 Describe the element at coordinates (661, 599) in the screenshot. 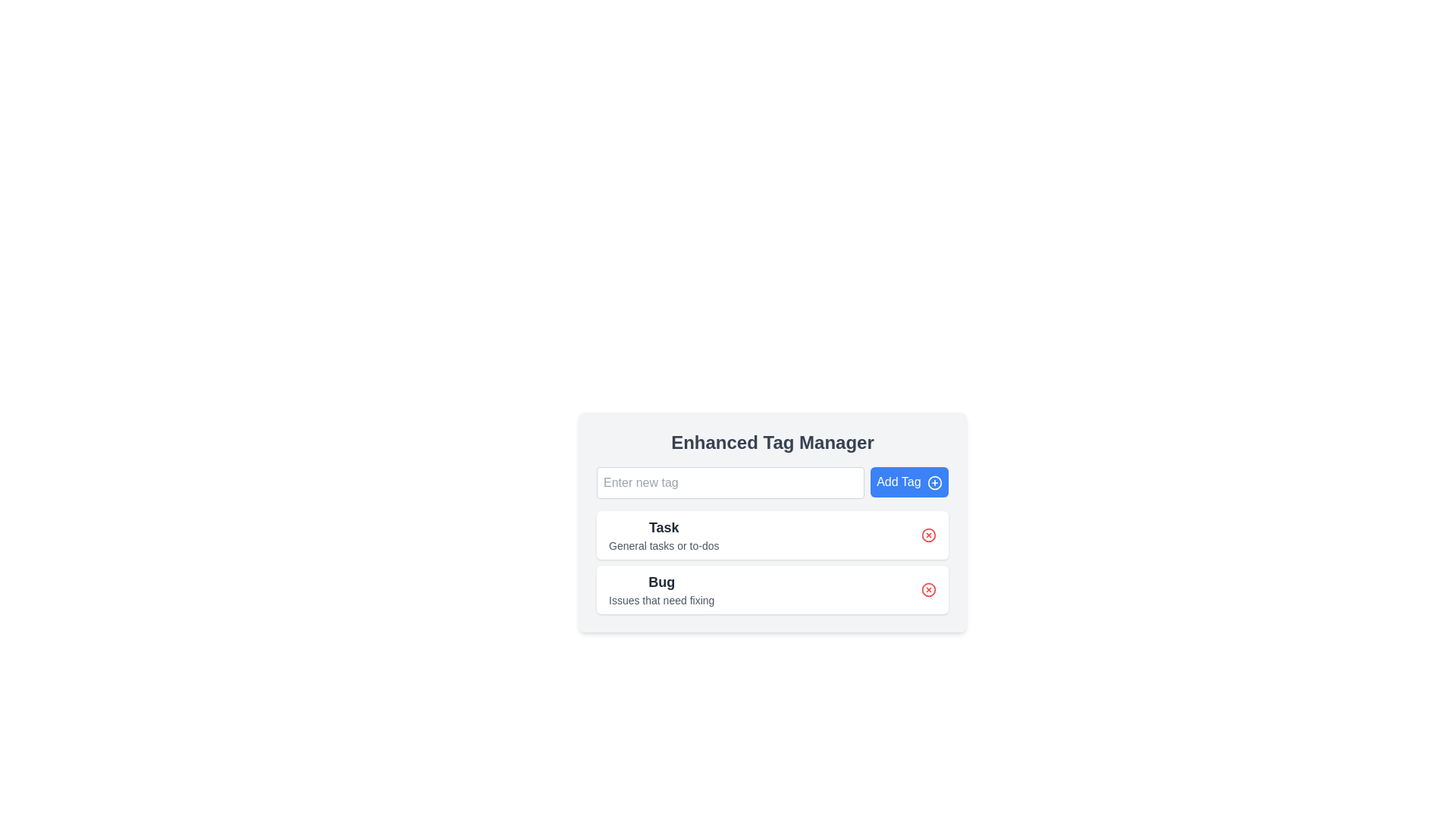

I see `the text label styled with gray color that reads 'Issues that need fixing', located below the bolded title 'Bug' in the lower-right quadrant of the interface` at that location.